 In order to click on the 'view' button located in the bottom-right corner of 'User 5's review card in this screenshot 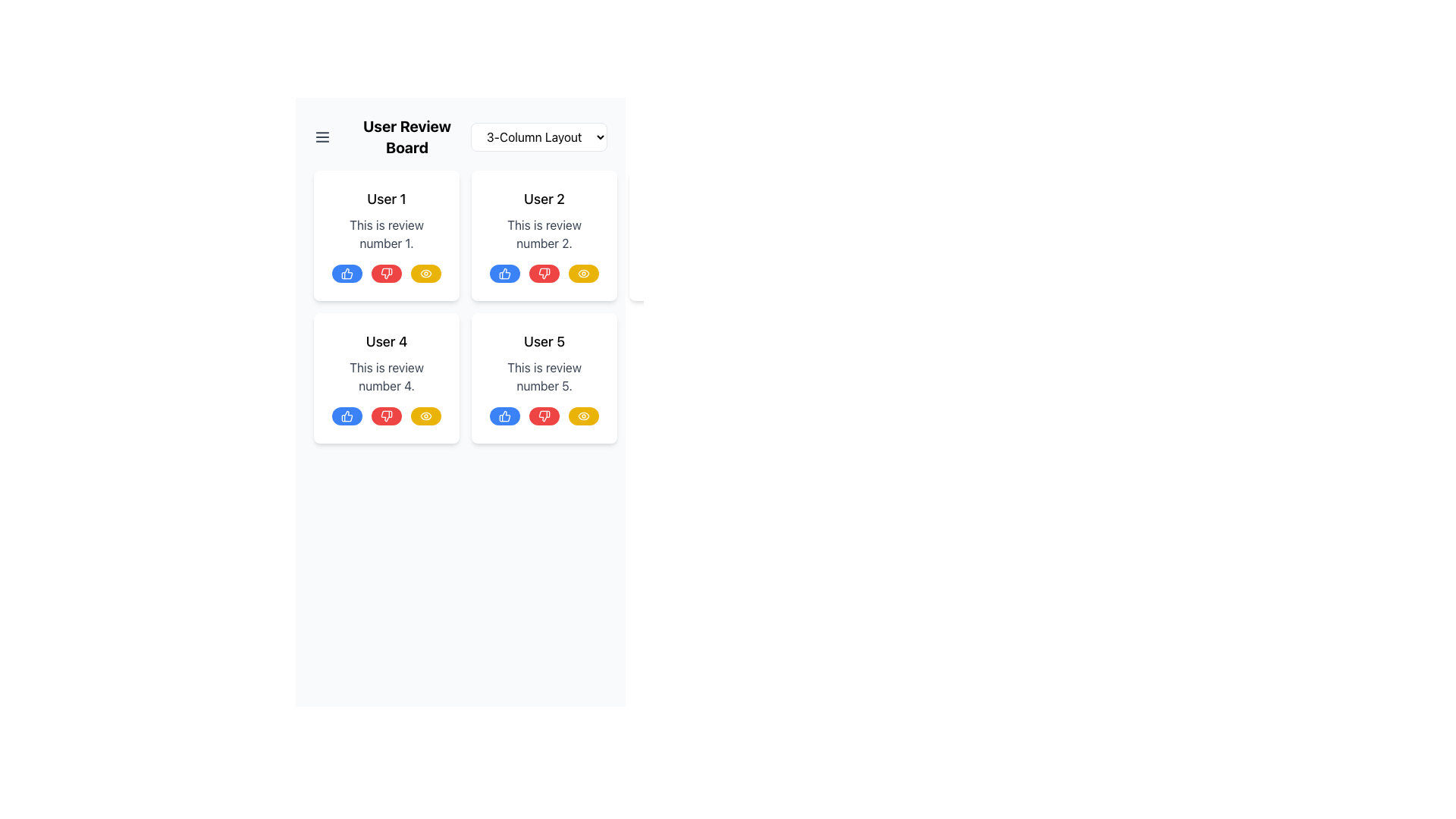, I will do `click(582, 416)`.